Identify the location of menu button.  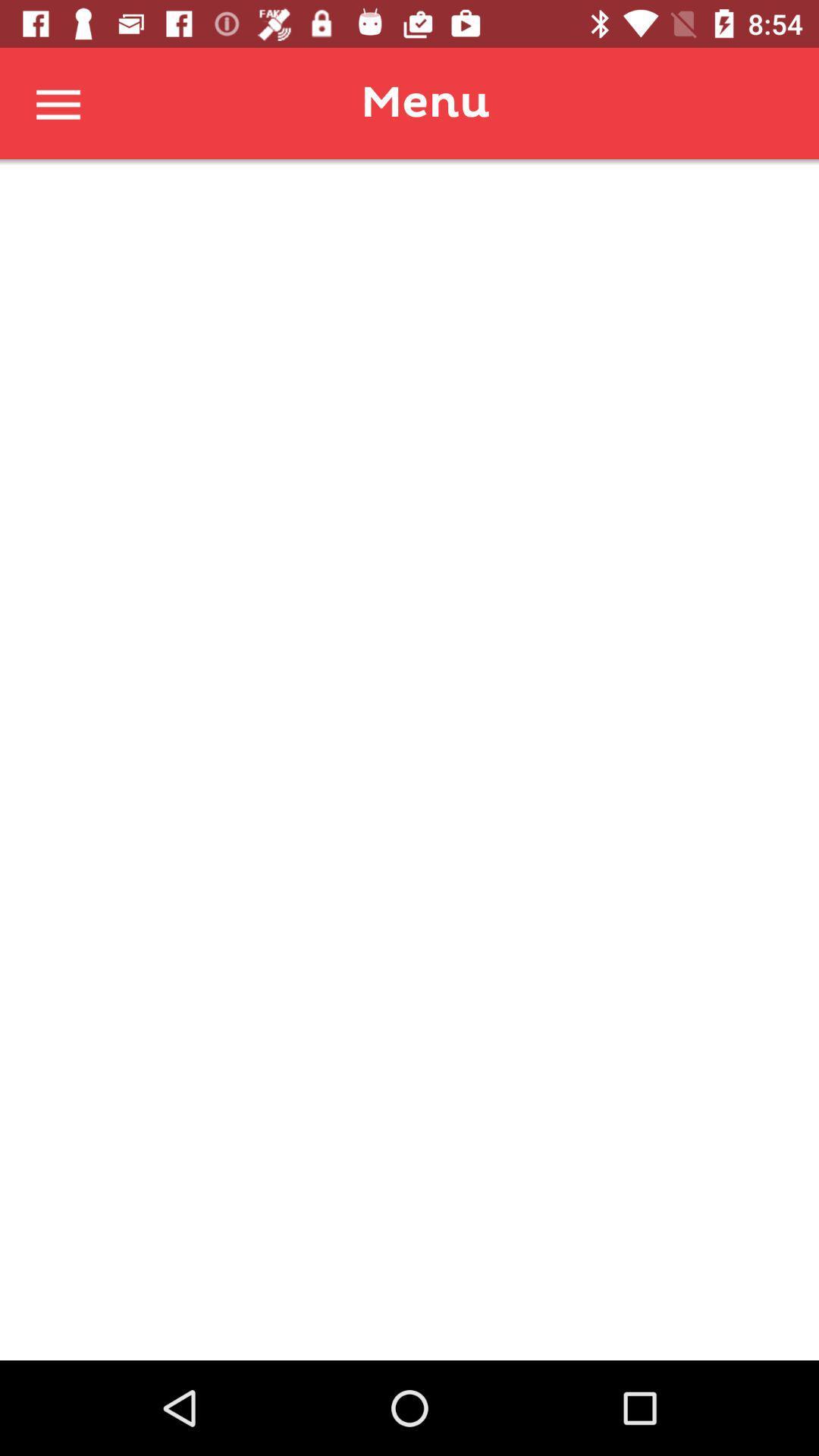
(58, 102).